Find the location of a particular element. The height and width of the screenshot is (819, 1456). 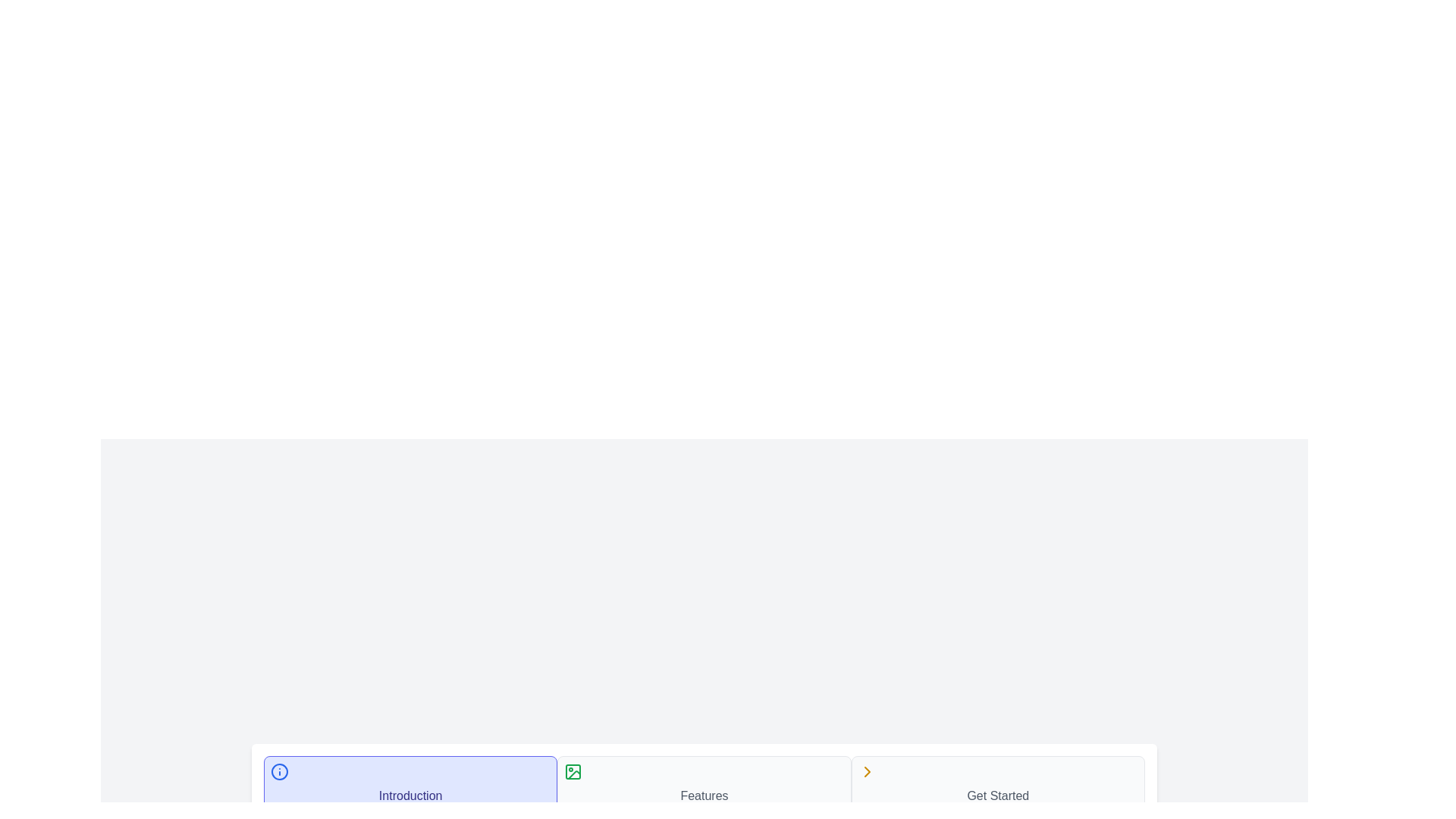

the icon of step 1 is located at coordinates (280, 772).